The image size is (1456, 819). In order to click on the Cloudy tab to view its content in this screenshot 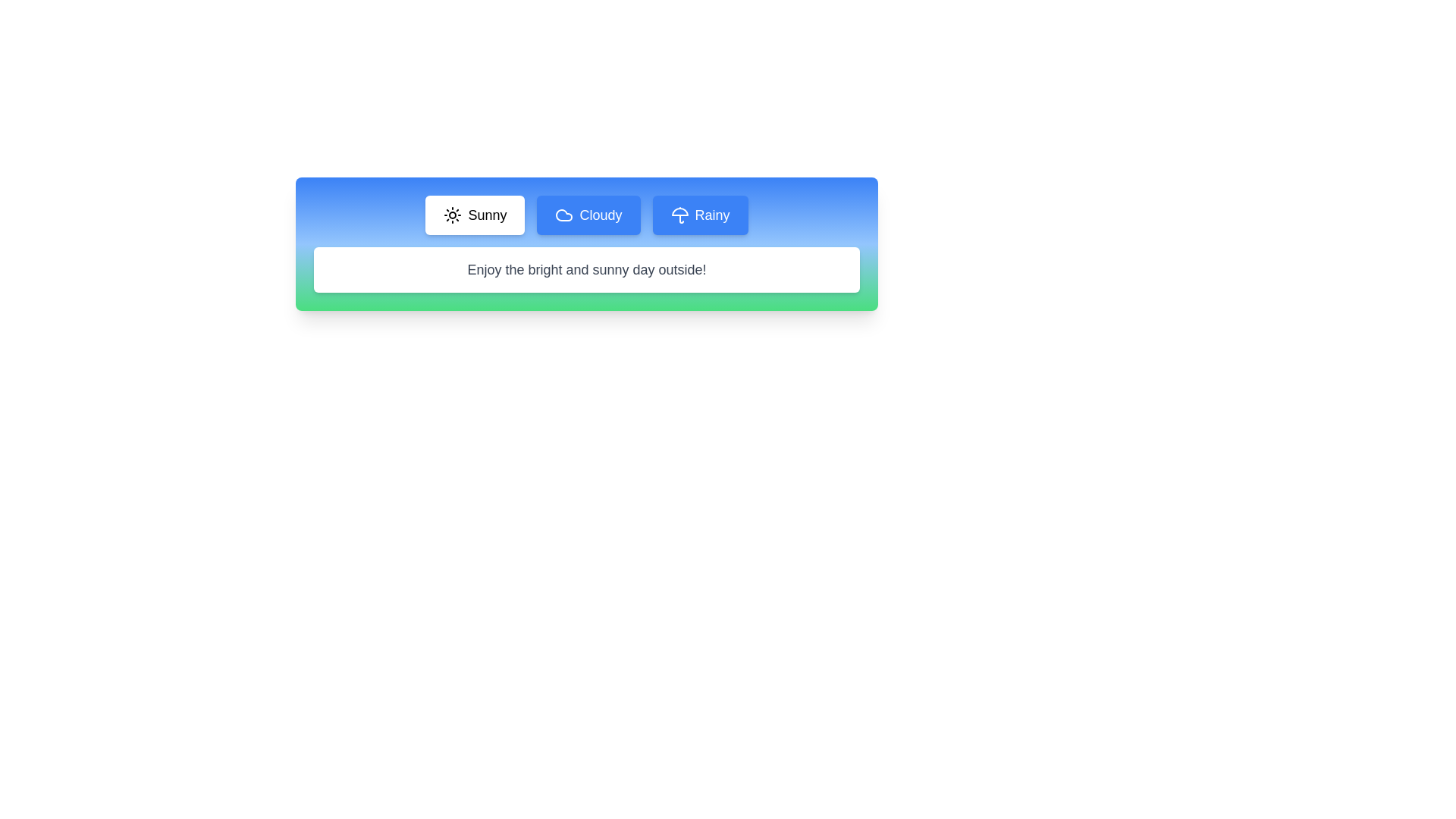, I will do `click(588, 215)`.